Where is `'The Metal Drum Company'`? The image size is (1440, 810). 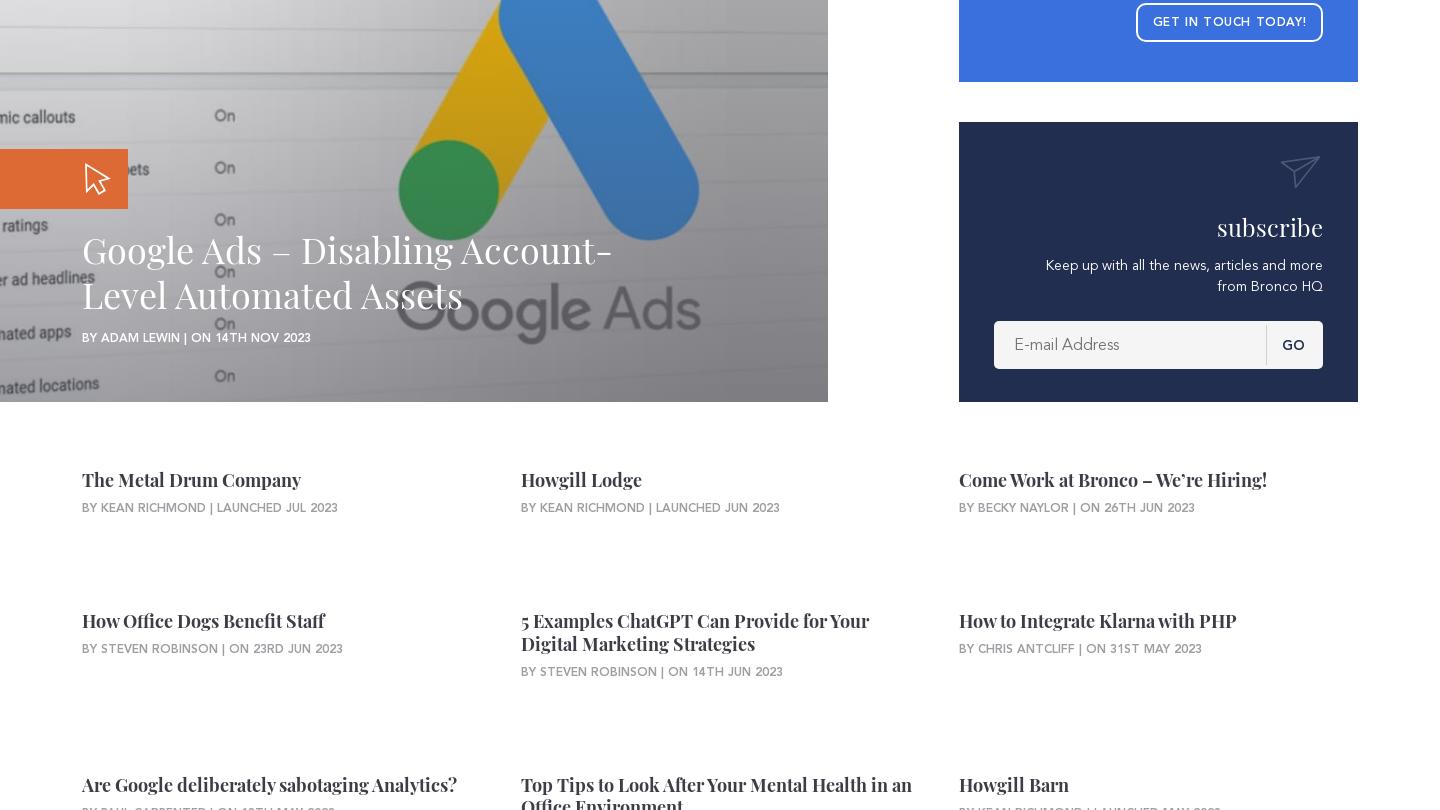
'The Metal Drum Company' is located at coordinates (190, 480).